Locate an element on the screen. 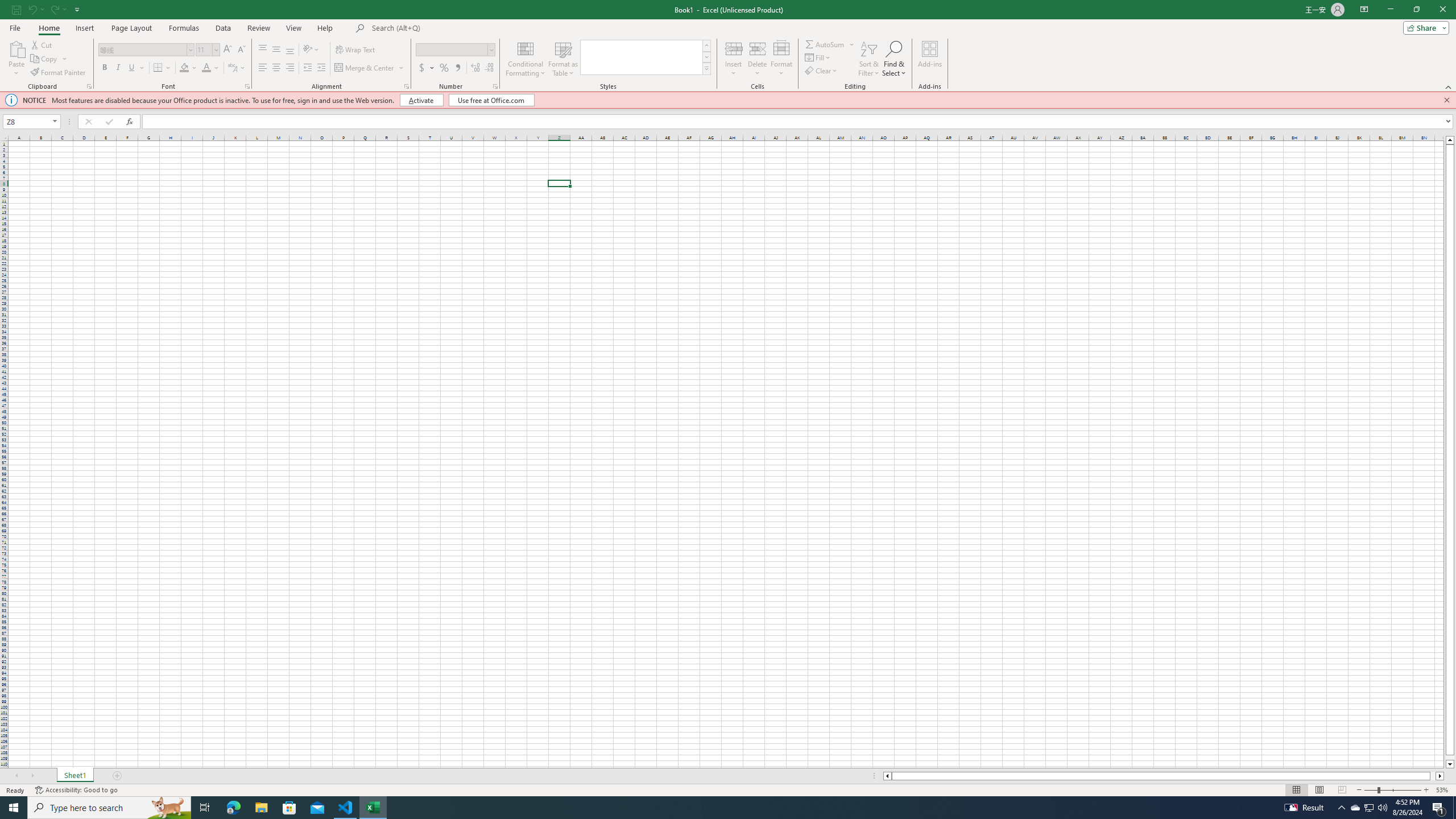  'Align Right' is located at coordinates (289, 67).